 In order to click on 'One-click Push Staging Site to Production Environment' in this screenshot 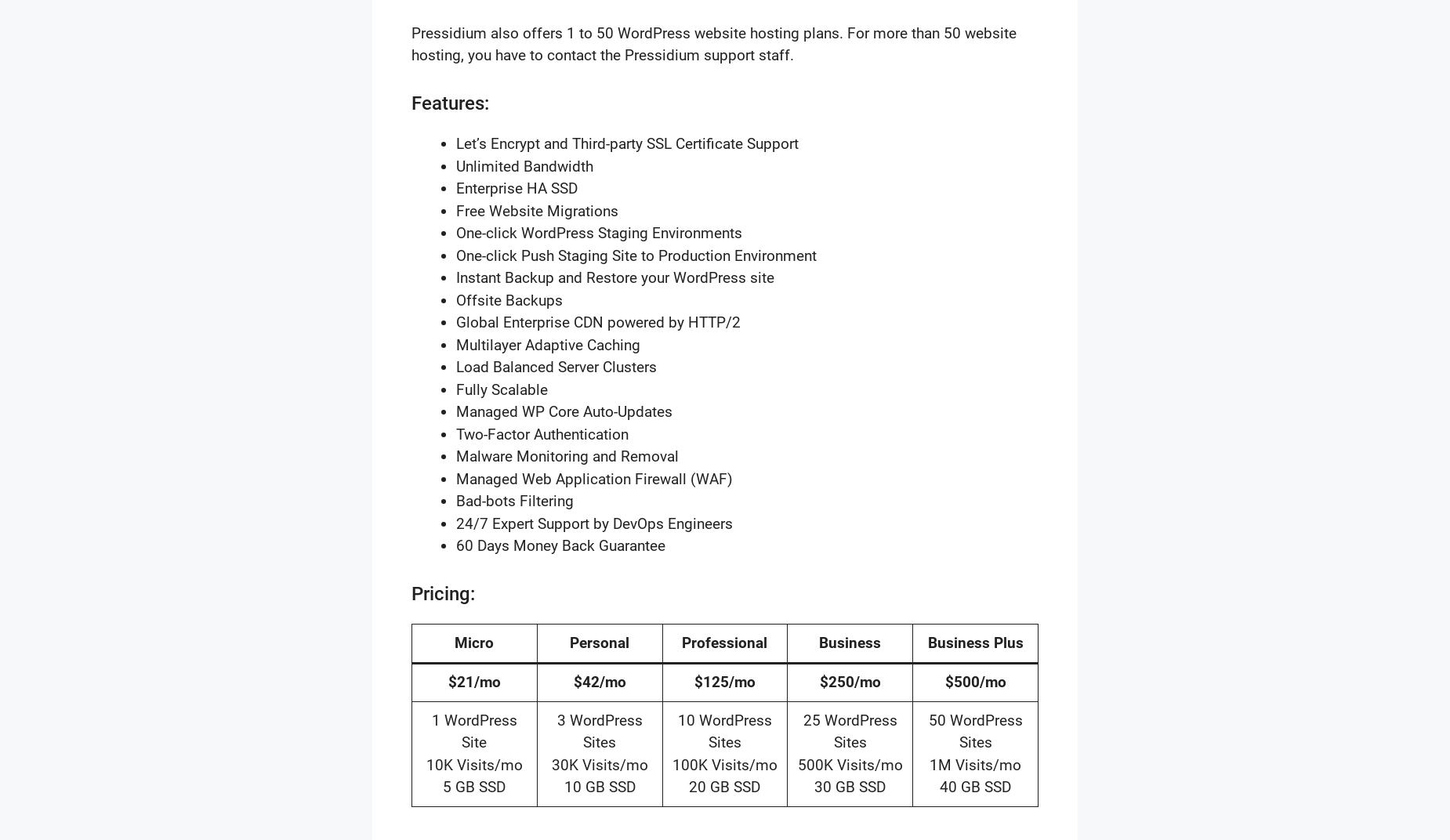, I will do `click(636, 254)`.